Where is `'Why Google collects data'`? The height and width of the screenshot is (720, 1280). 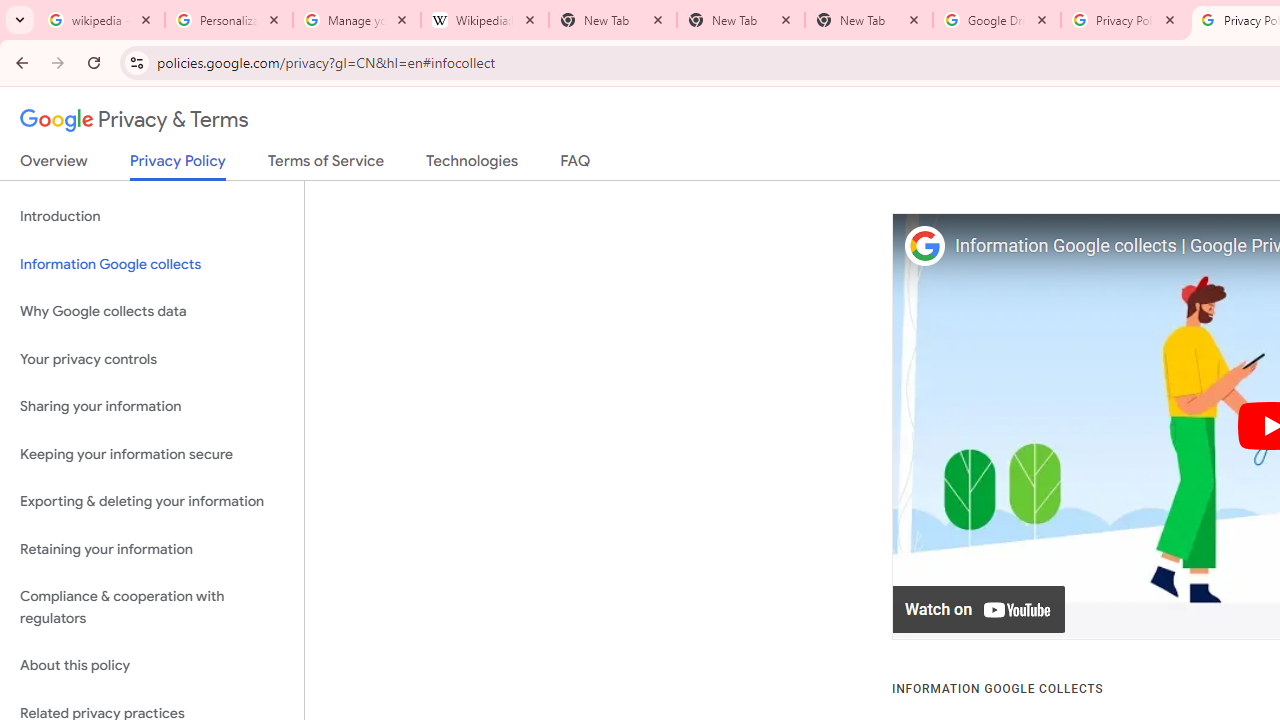
'Why Google collects data' is located at coordinates (151, 312).